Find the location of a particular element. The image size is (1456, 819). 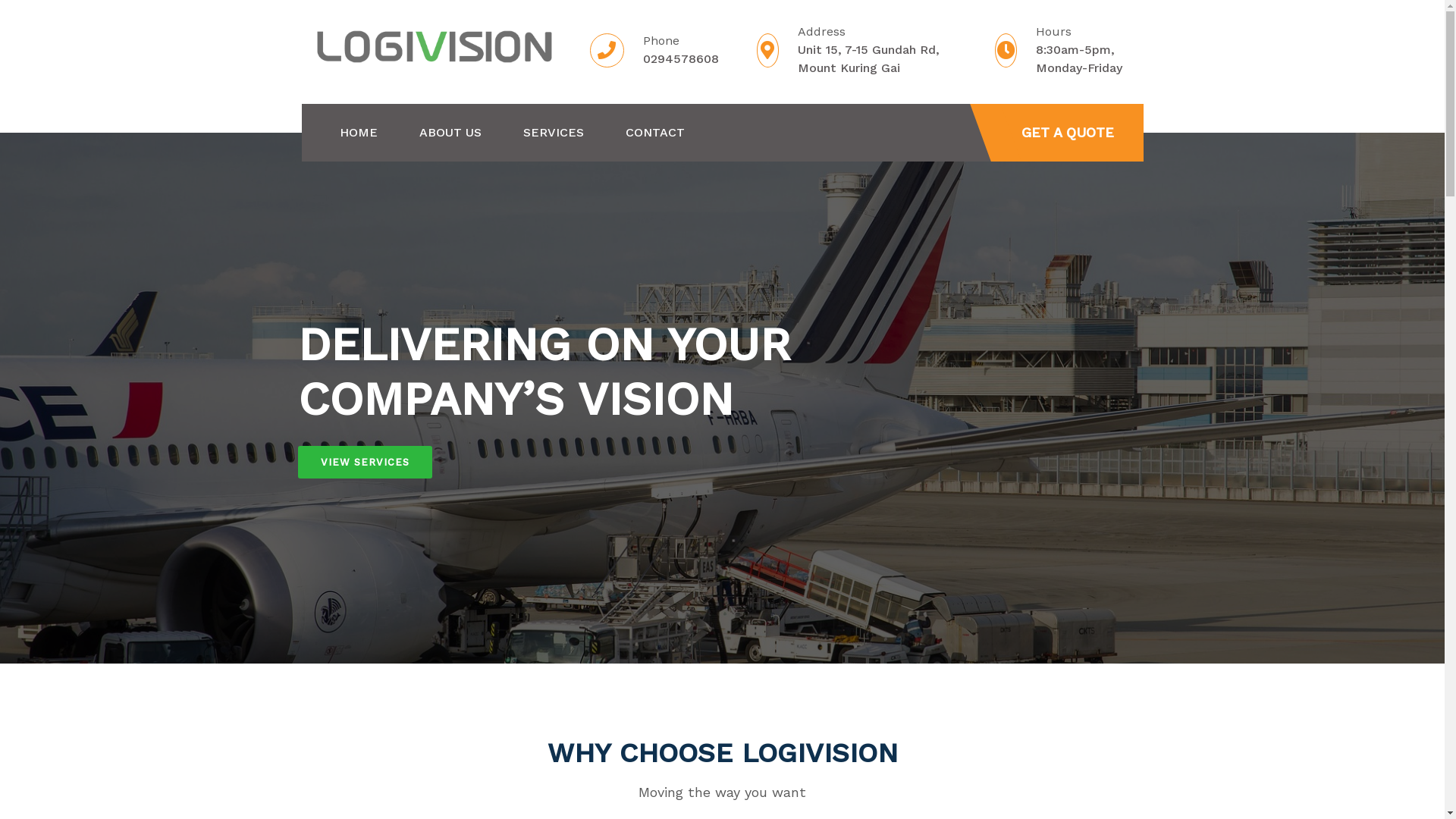

'HOME' is located at coordinates (338, 131).